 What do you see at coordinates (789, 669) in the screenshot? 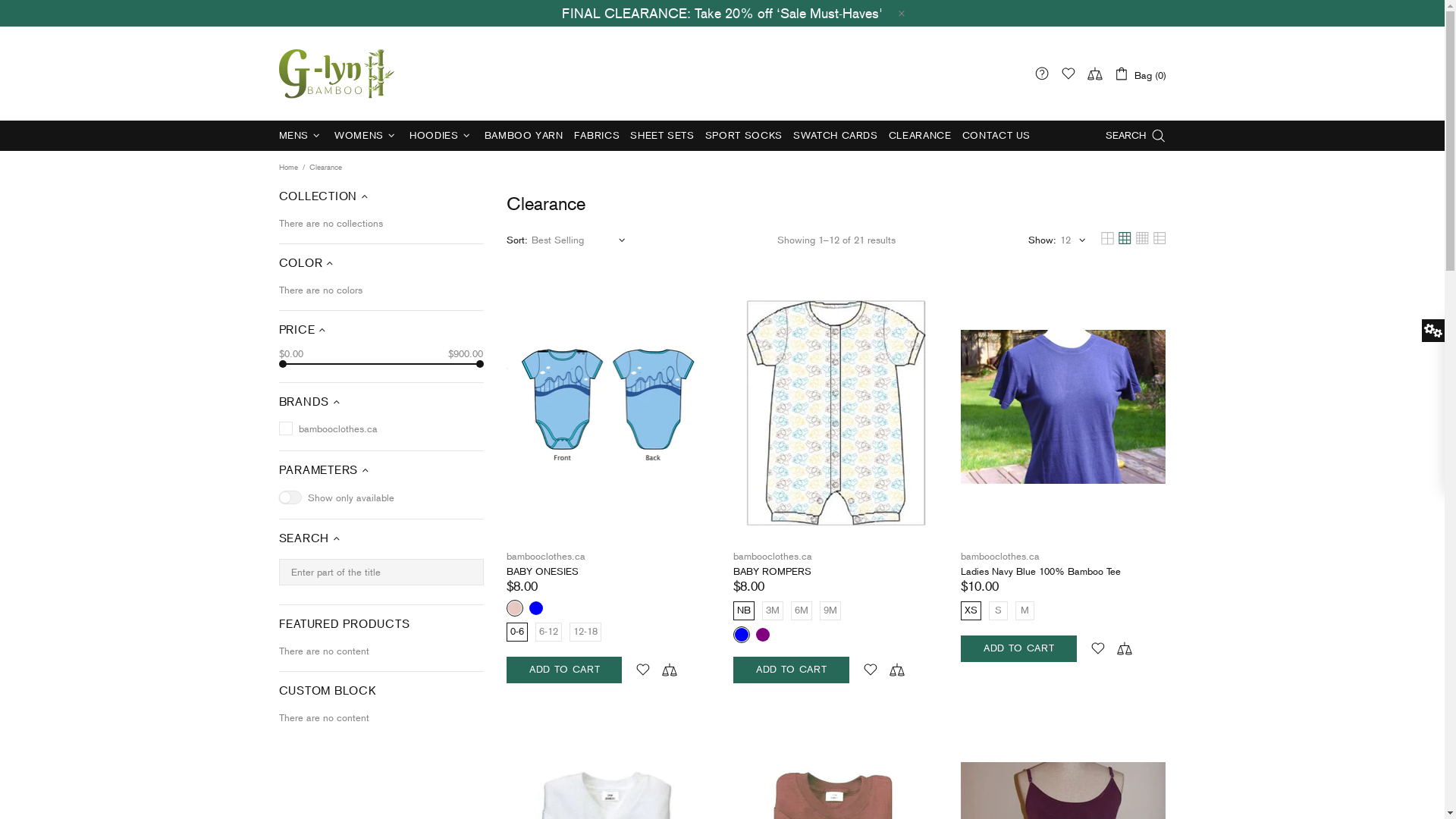
I see `'ADD TO CART'` at bounding box center [789, 669].